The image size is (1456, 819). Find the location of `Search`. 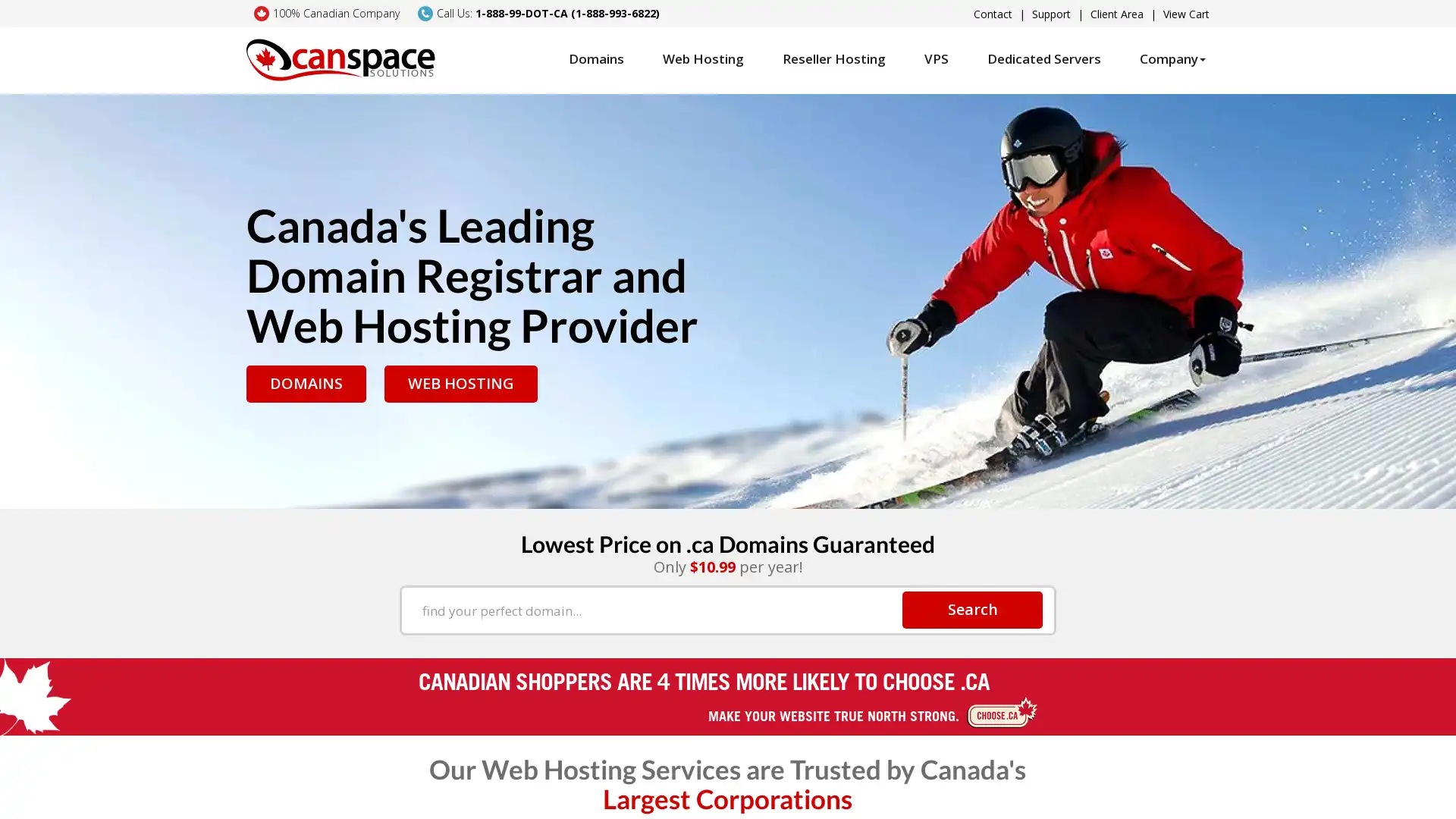

Search is located at coordinates (972, 608).